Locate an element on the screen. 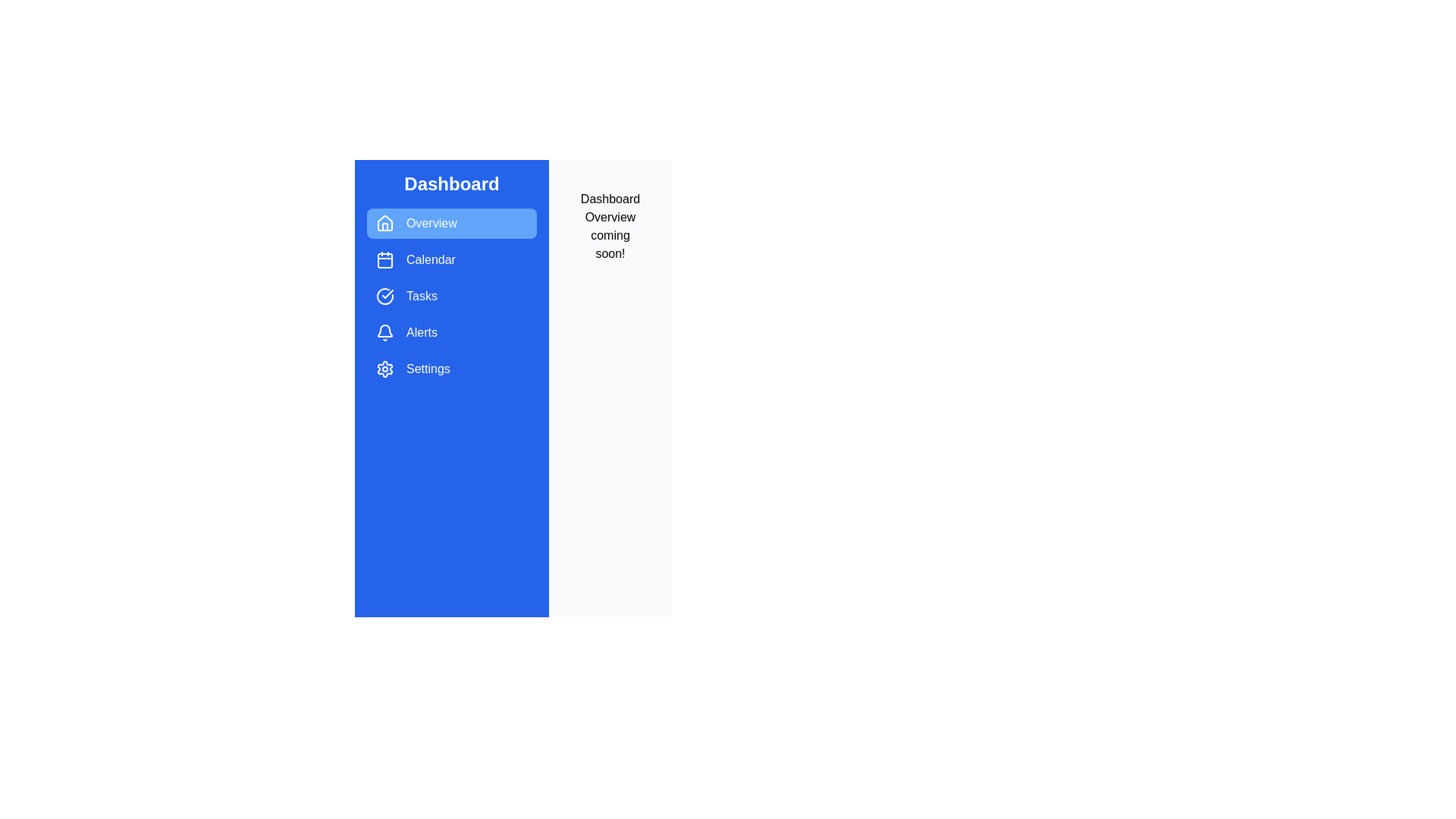 This screenshot has width=1456, height=819. the calendar navigation button located in the vertical navigation menu, positioned between the 'Overview' and 'Tasks' buttons is located at coordinates (450, 259).